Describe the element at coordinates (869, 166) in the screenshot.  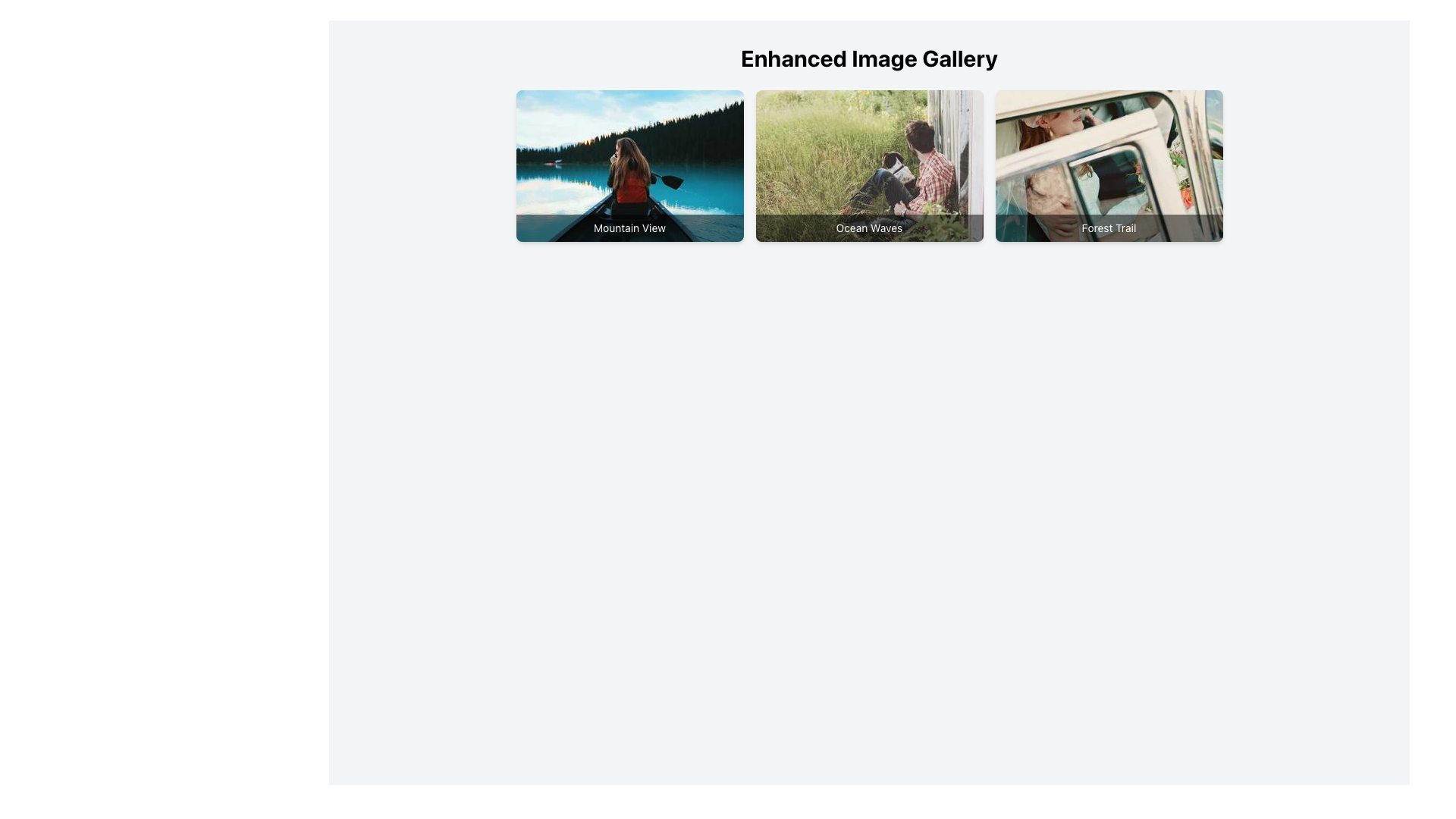
I see `the second Image Card labeled 'Ocean Waves', which is centrally positioned in the grid layout, flanked by 'Mountain View' and 'Forest Trail'` at that location.